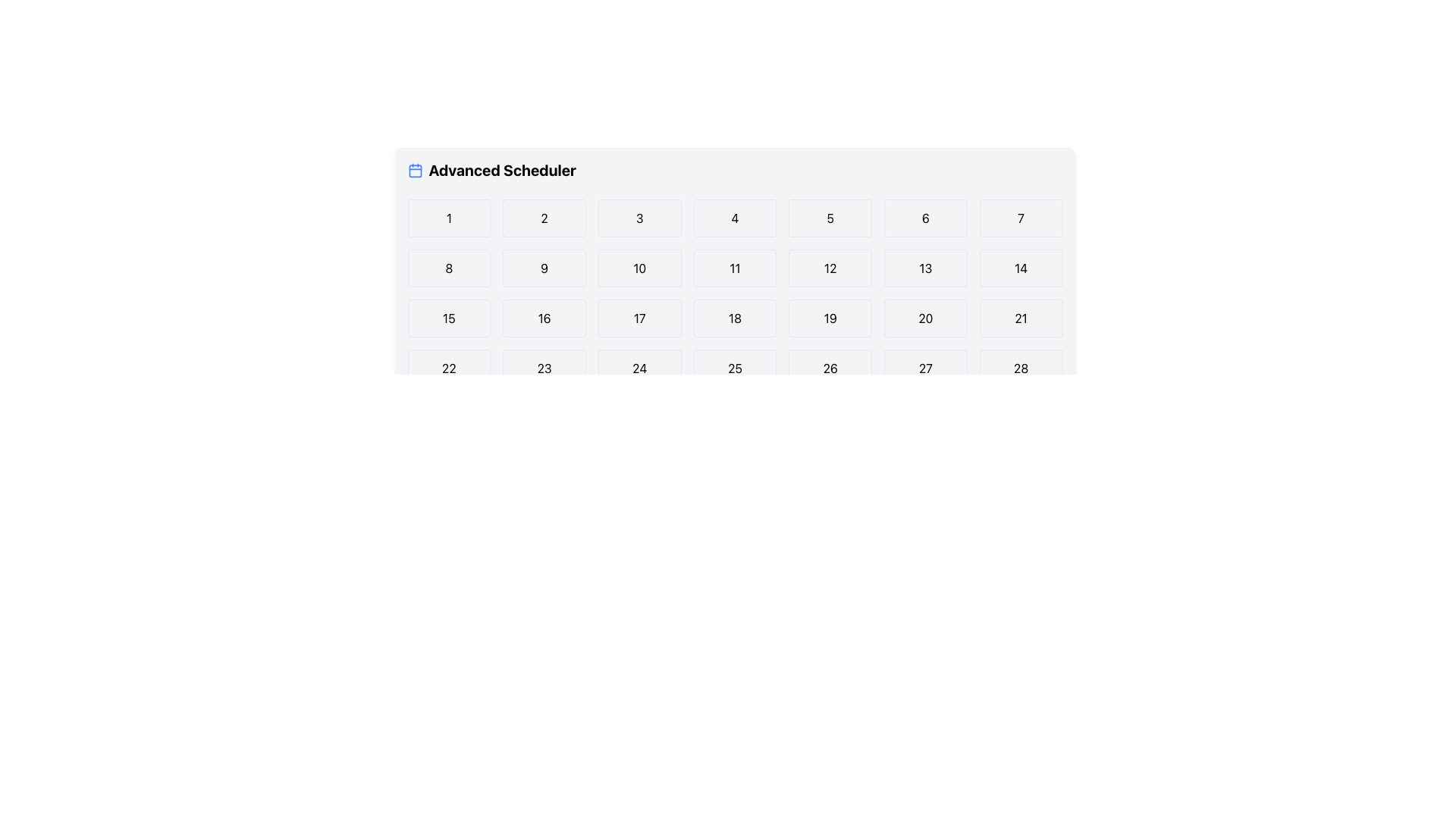 The height and width of the screenshot is (819, 1456). Describe the element at coordinates (448, 268) in the screenshot. I see `the button displaying the numeral '8' with rounded corners located` at that location.